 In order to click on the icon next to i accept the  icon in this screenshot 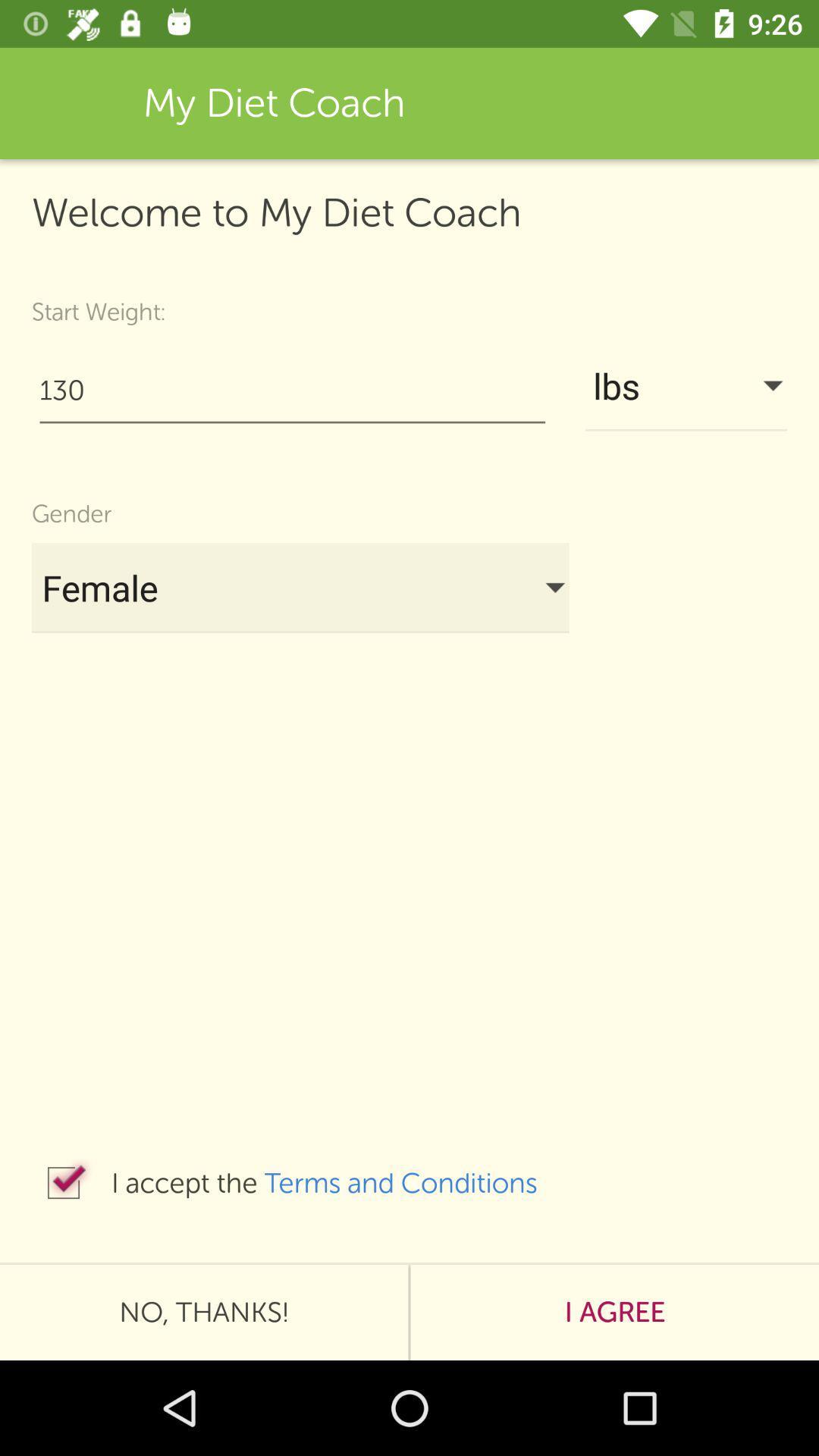, I will do `click(63, 1182)`.